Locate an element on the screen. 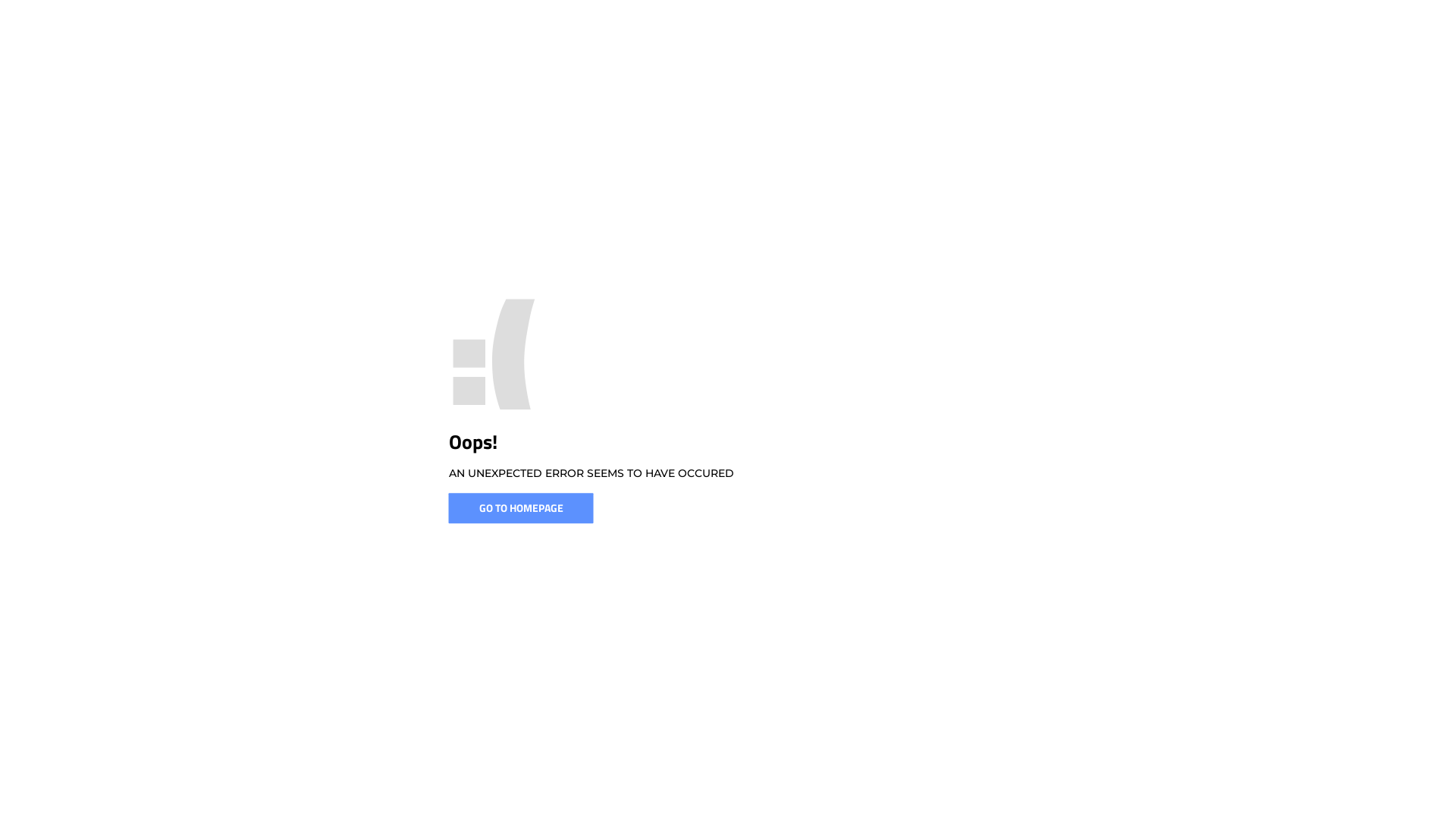 This screenshot has height=819, width=1456. 'GO TO HOMEPAGE' is located at coordinates (521, 508).